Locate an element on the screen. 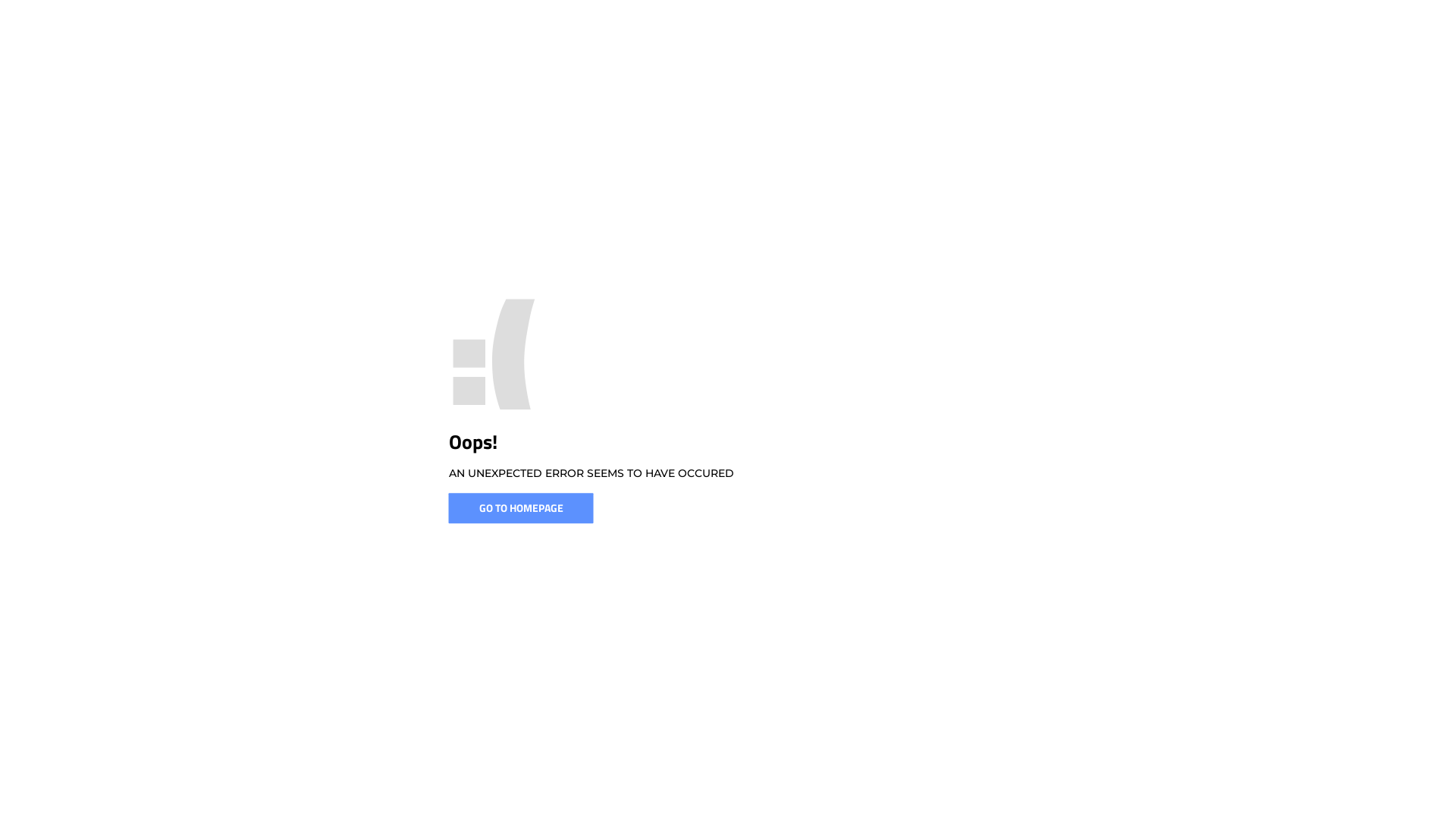 This screenshot has height=819, width=1456. 'GO TO HOMEPAGE' is located at coordinates (521, 508).